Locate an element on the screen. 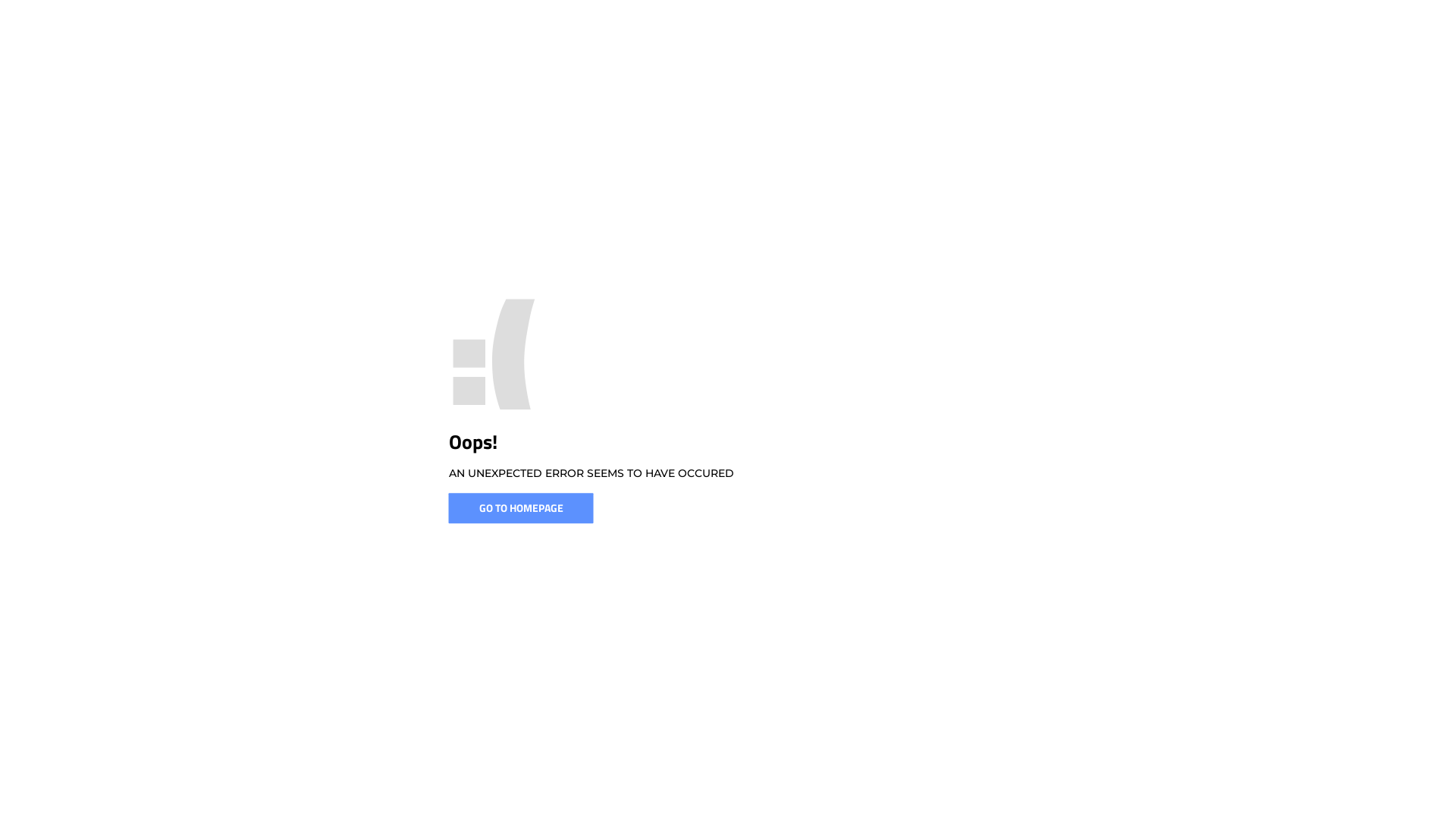 This screenshot has height=819, width=1456. 'GO TO HOMEPAGE' is located at coordinates (521, 508).